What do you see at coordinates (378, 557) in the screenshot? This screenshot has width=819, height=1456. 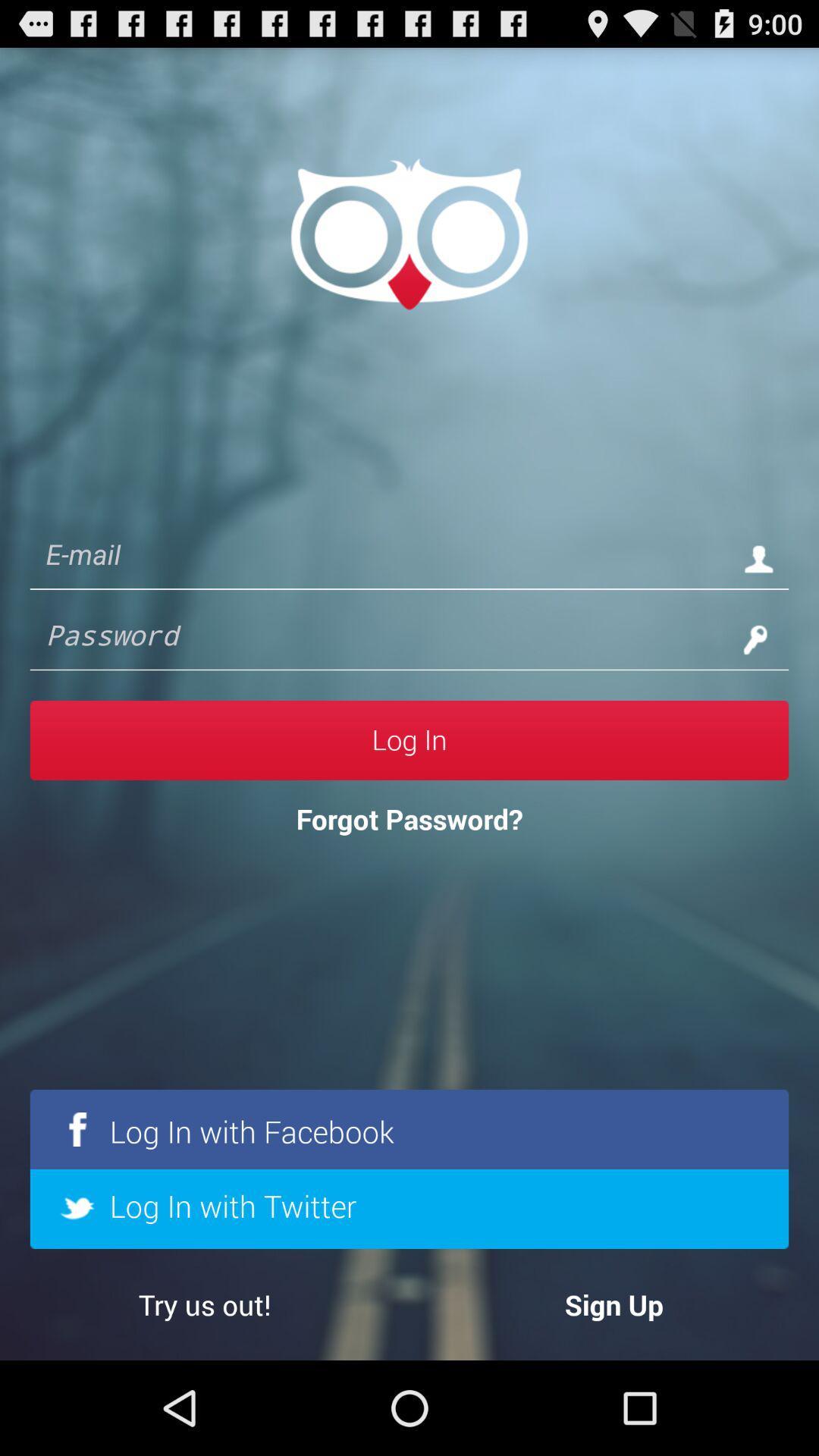 I see `email` at bounding box center [378, 557].